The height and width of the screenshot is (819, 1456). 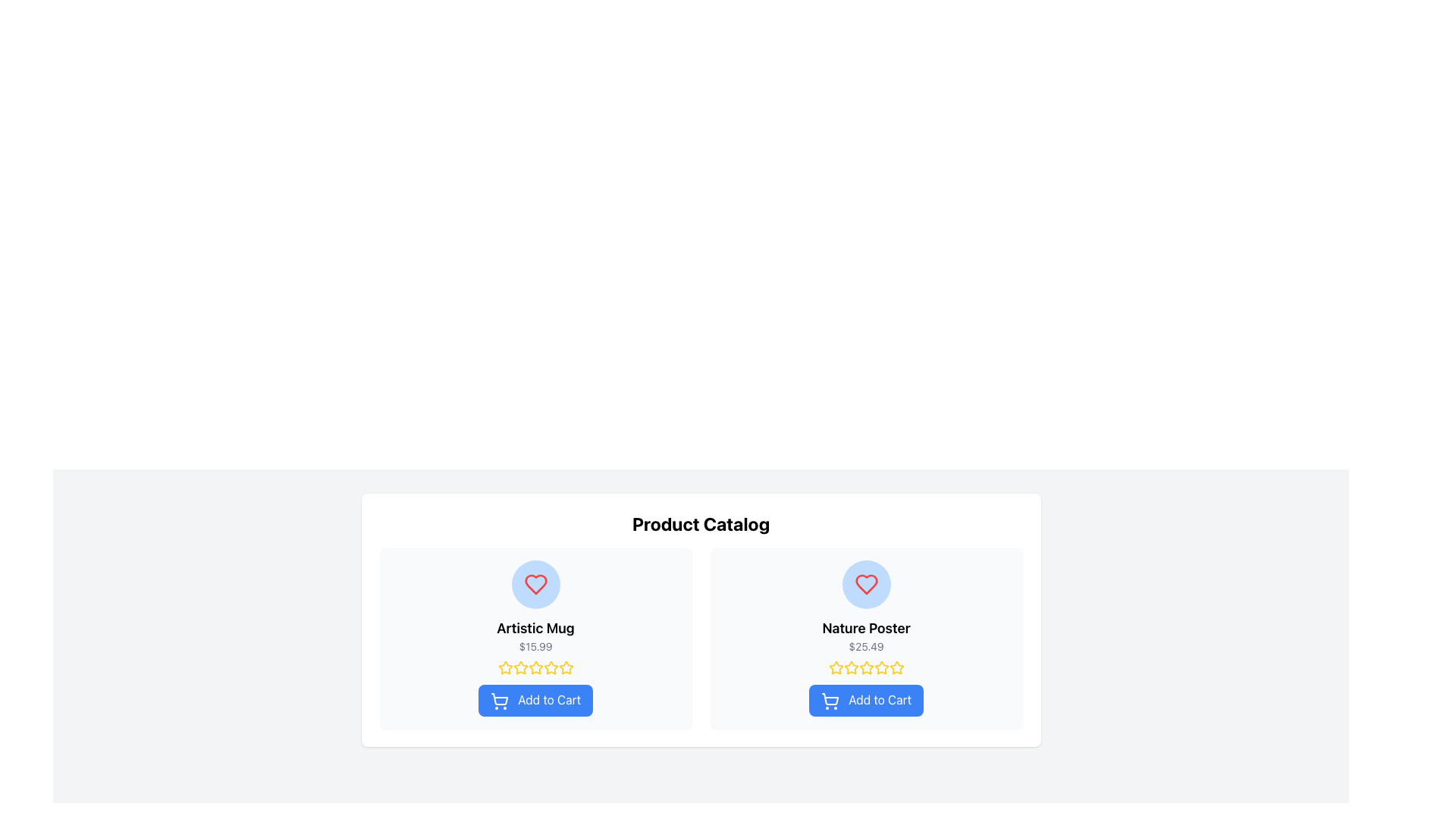 I want to click on the heart-shaped icon in the left product card to mark the 'Artistic Mug' as a favorite, so click(x=535, y=584).